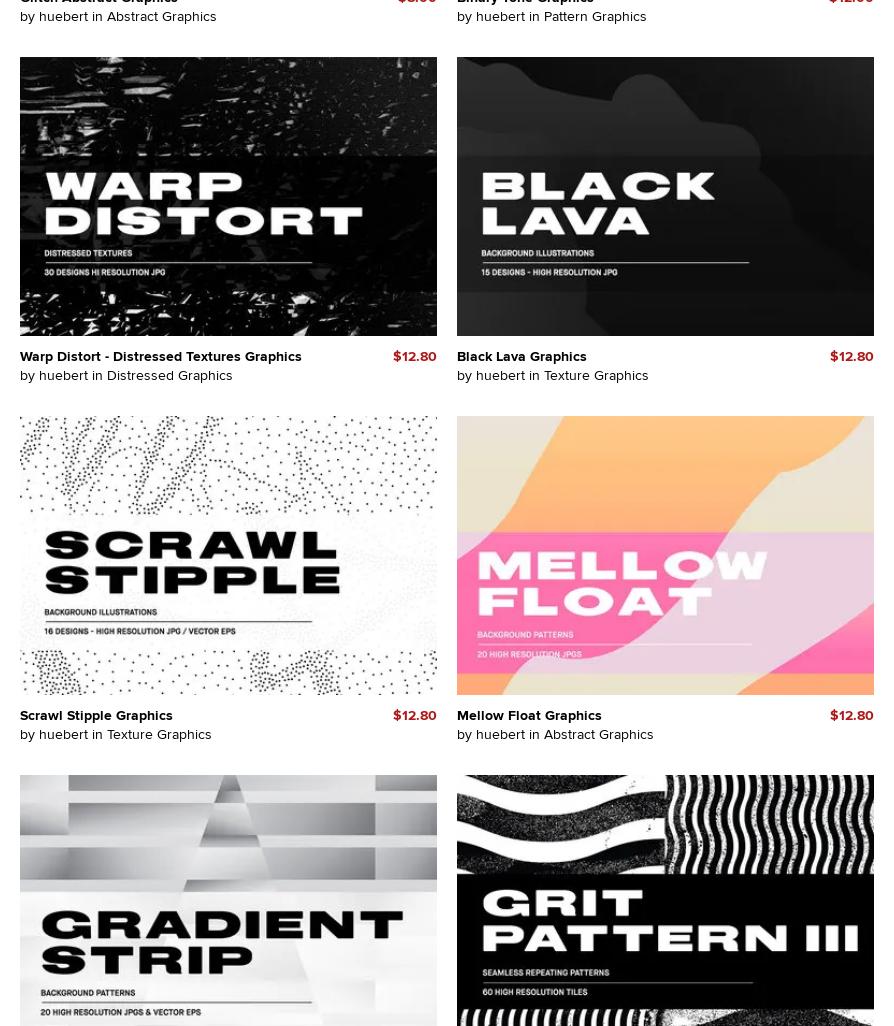 The height and width of the screenshot is (1026, 894). I want to click on 'Warp Distort - Distressed Textures  Graphics', so click(161, 355).